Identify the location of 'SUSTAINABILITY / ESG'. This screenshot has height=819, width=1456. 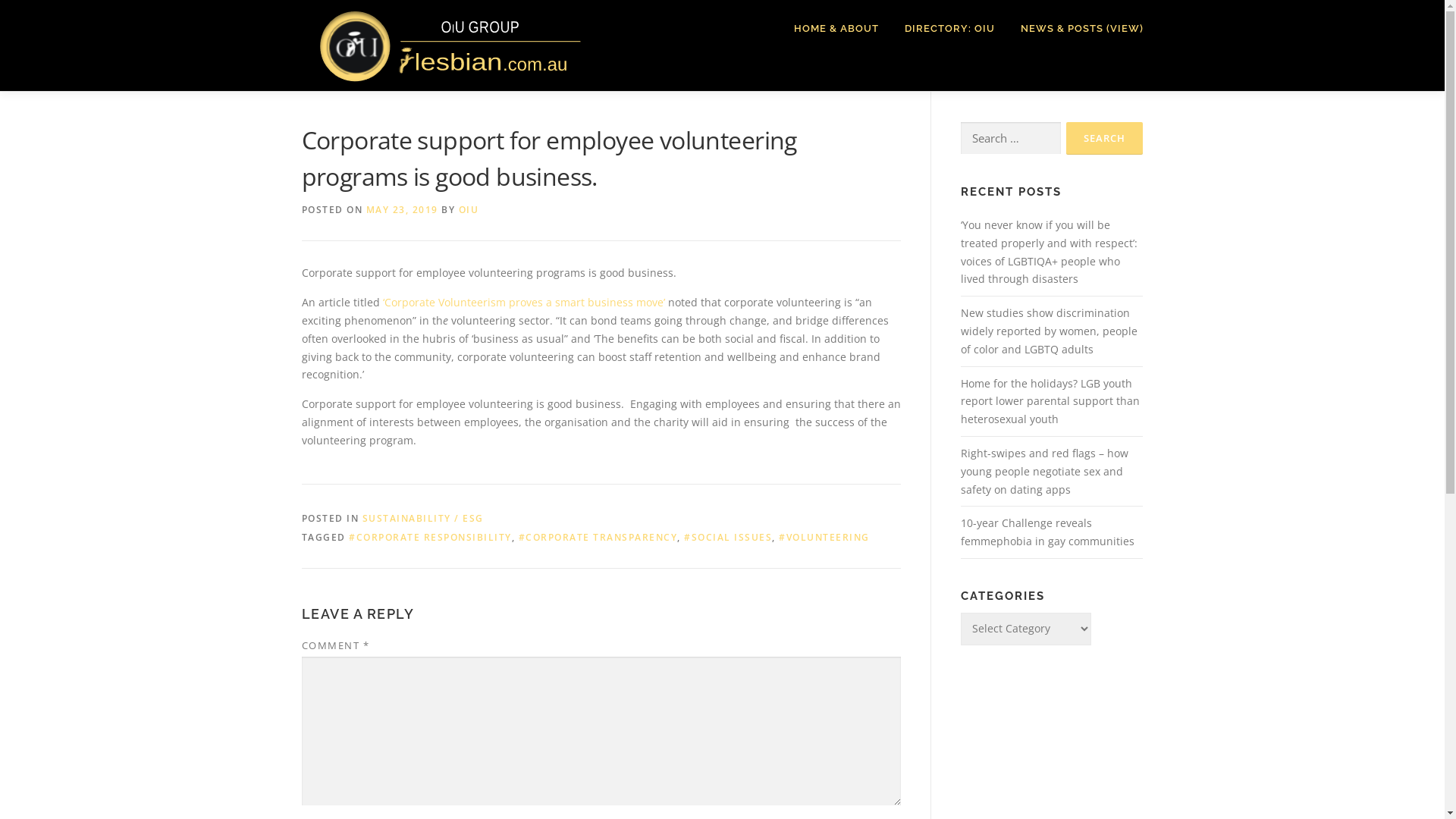
(422, 517).